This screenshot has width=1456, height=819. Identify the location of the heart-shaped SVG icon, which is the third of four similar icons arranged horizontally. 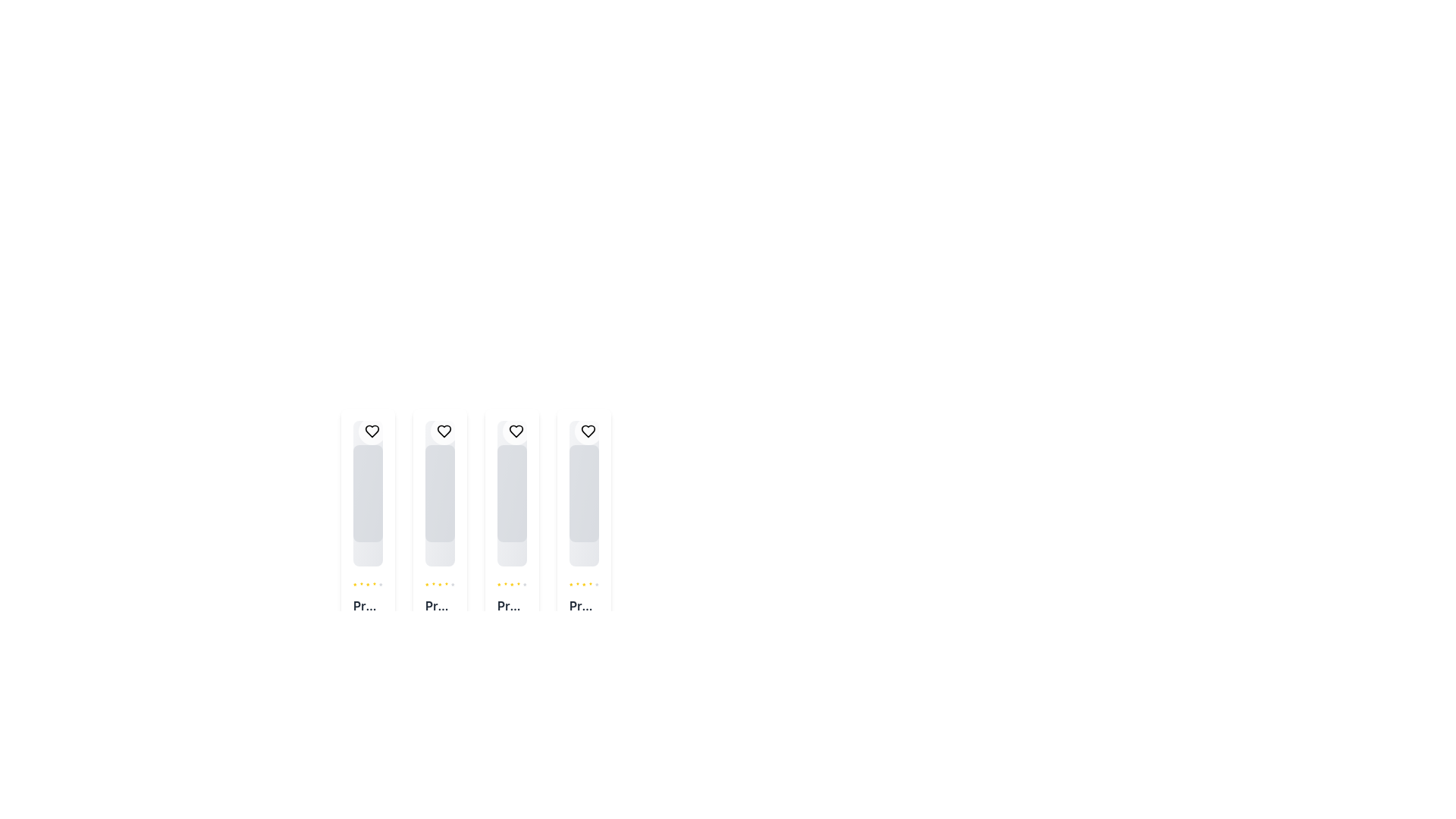
(516, 431).